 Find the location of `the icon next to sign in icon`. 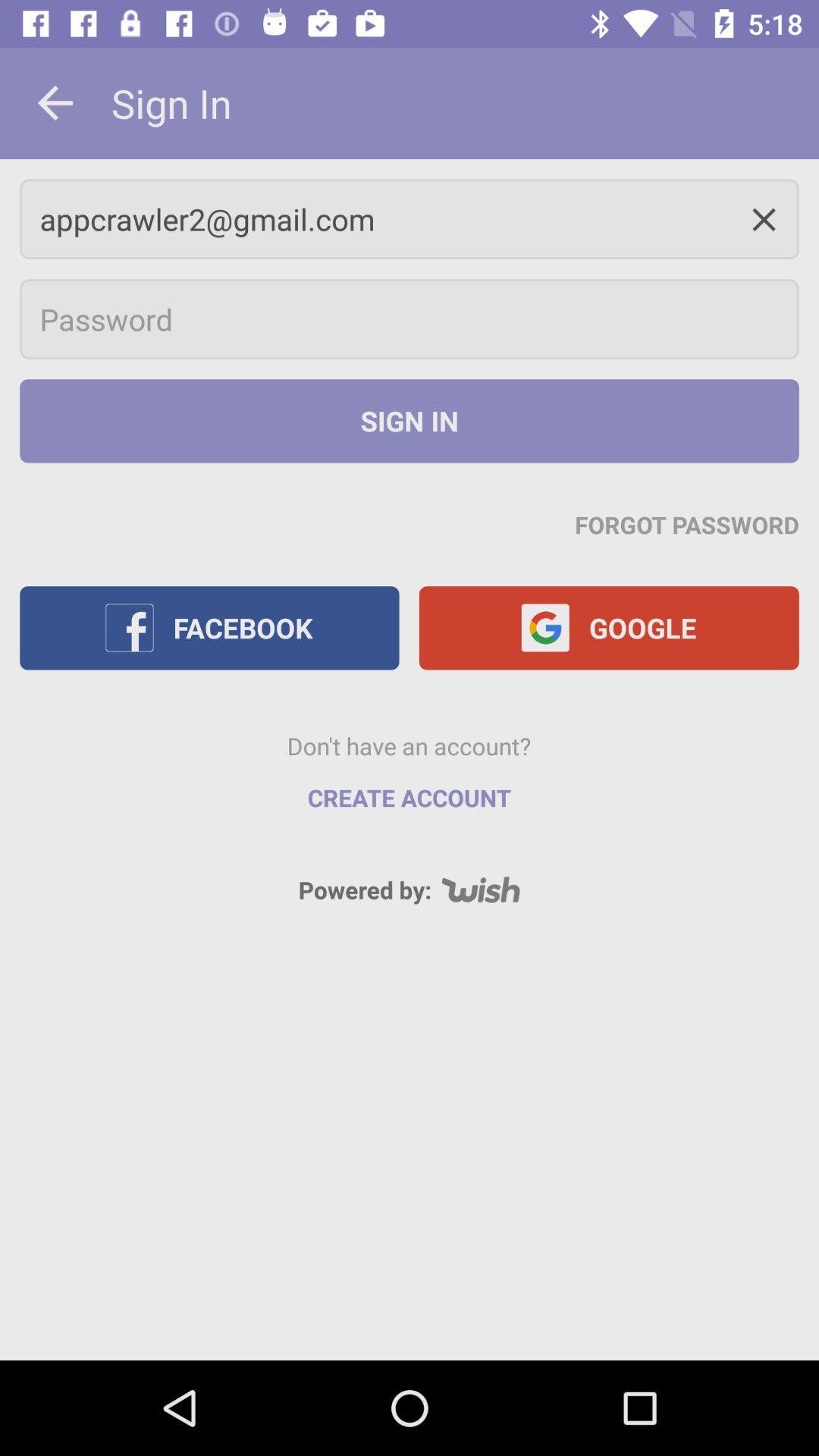

the icon next to sign in icon is located at coordinates (55, 102).